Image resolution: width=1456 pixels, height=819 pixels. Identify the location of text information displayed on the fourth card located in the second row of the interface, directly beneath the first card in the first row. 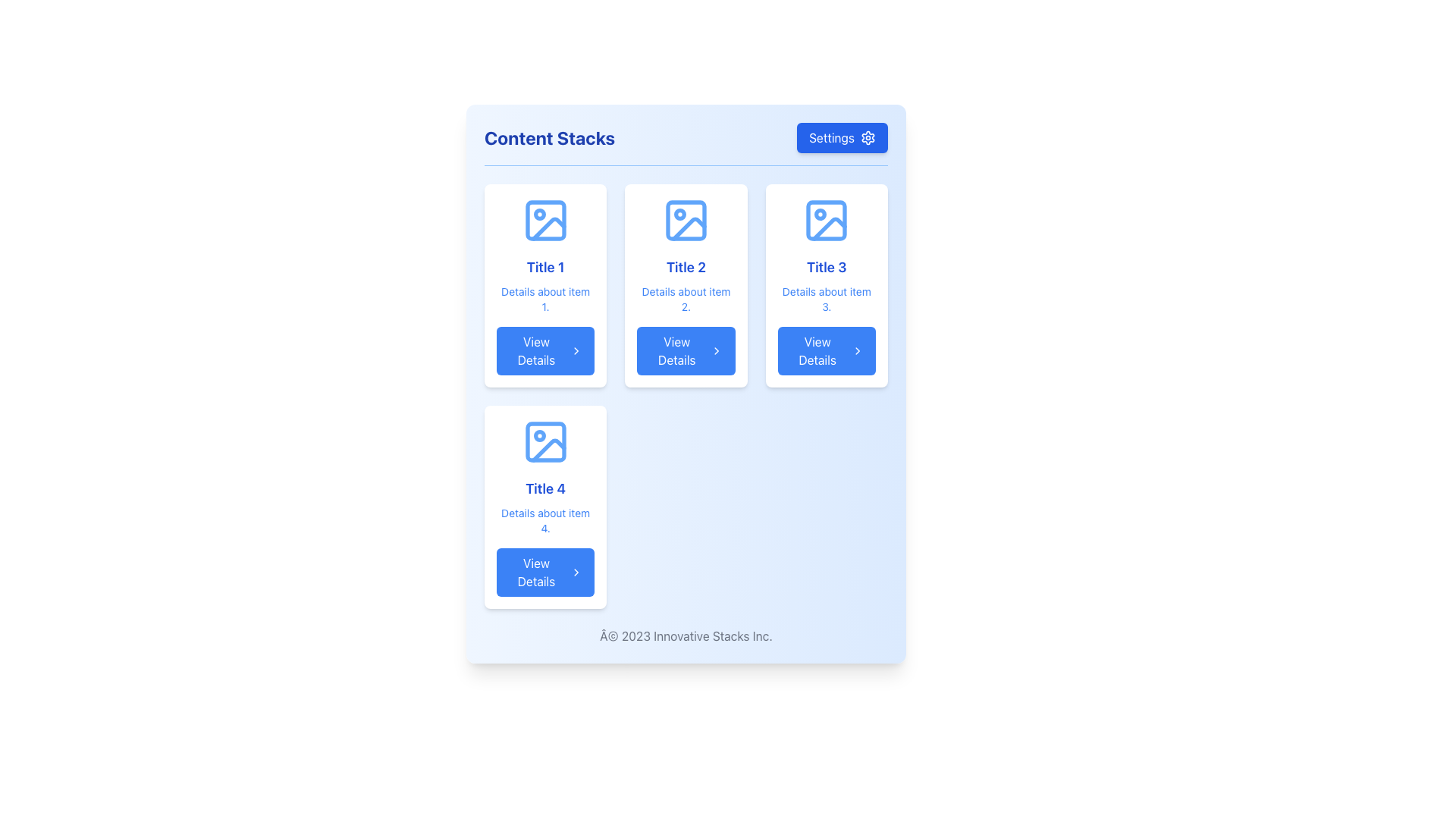
(545, 507).